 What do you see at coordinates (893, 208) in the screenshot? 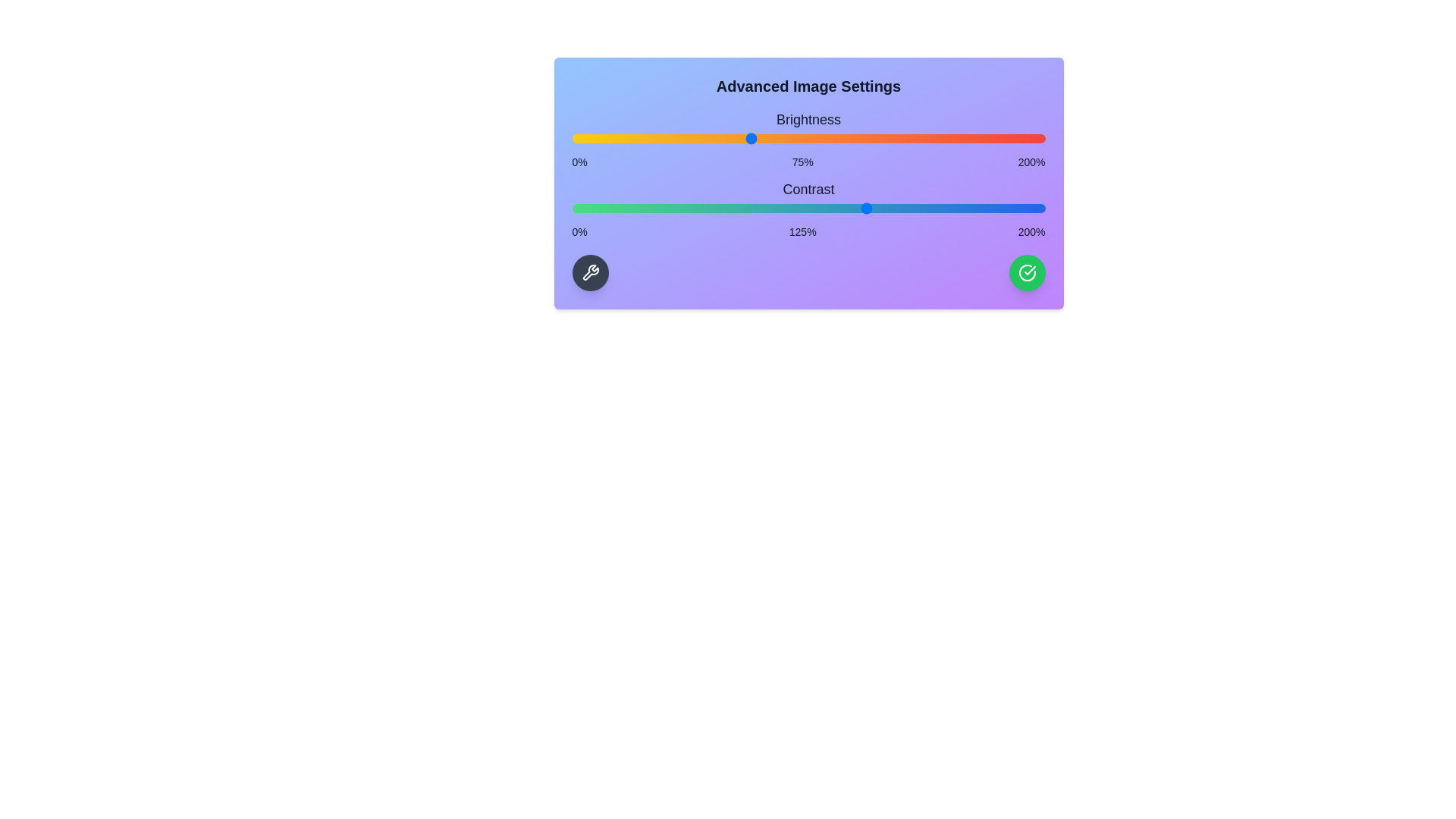
I see `the contrast slider to 136%` at bounding box center [893, 208].